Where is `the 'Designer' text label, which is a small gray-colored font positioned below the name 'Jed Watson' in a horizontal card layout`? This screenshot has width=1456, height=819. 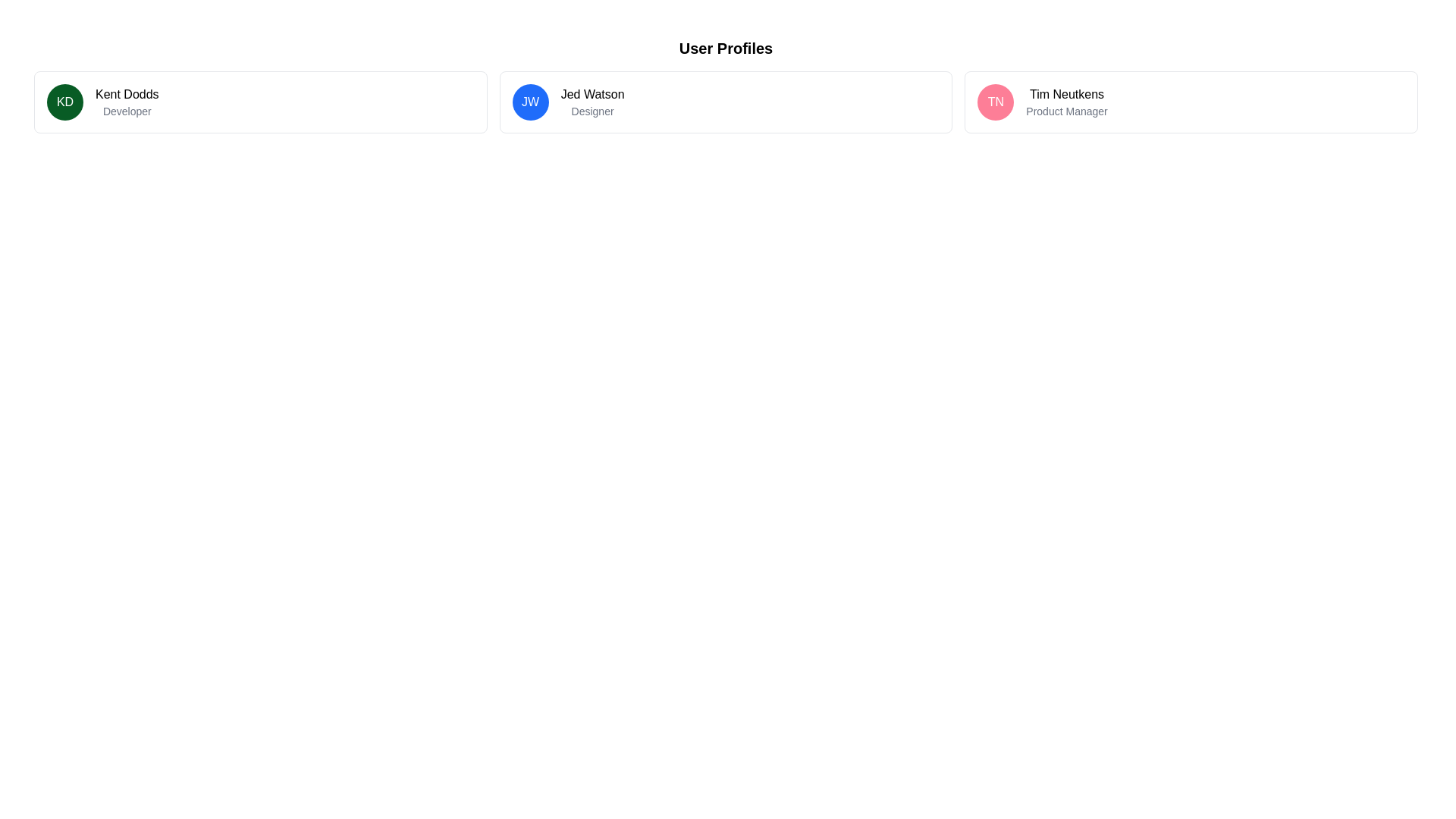 the 'Designer' text label, which is a small gray-colored font positioned below the name 'Jed Watson' in a horizontal card layout is located at coordinates (591, 110).